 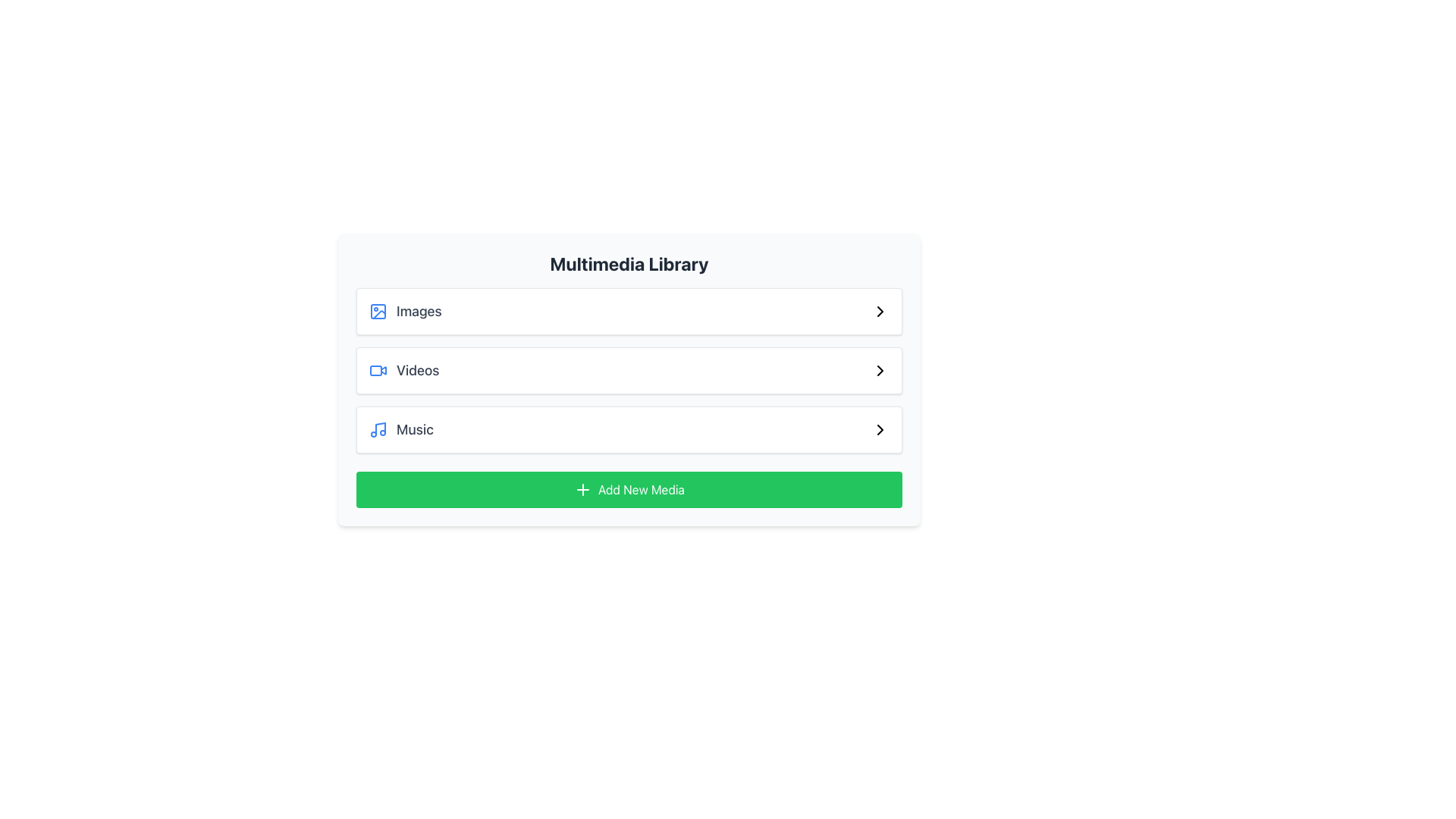 I want to click on the 'Add New Media' button located at the bottom of the 'Multimedia Library' section, so click(x=629, y=489).